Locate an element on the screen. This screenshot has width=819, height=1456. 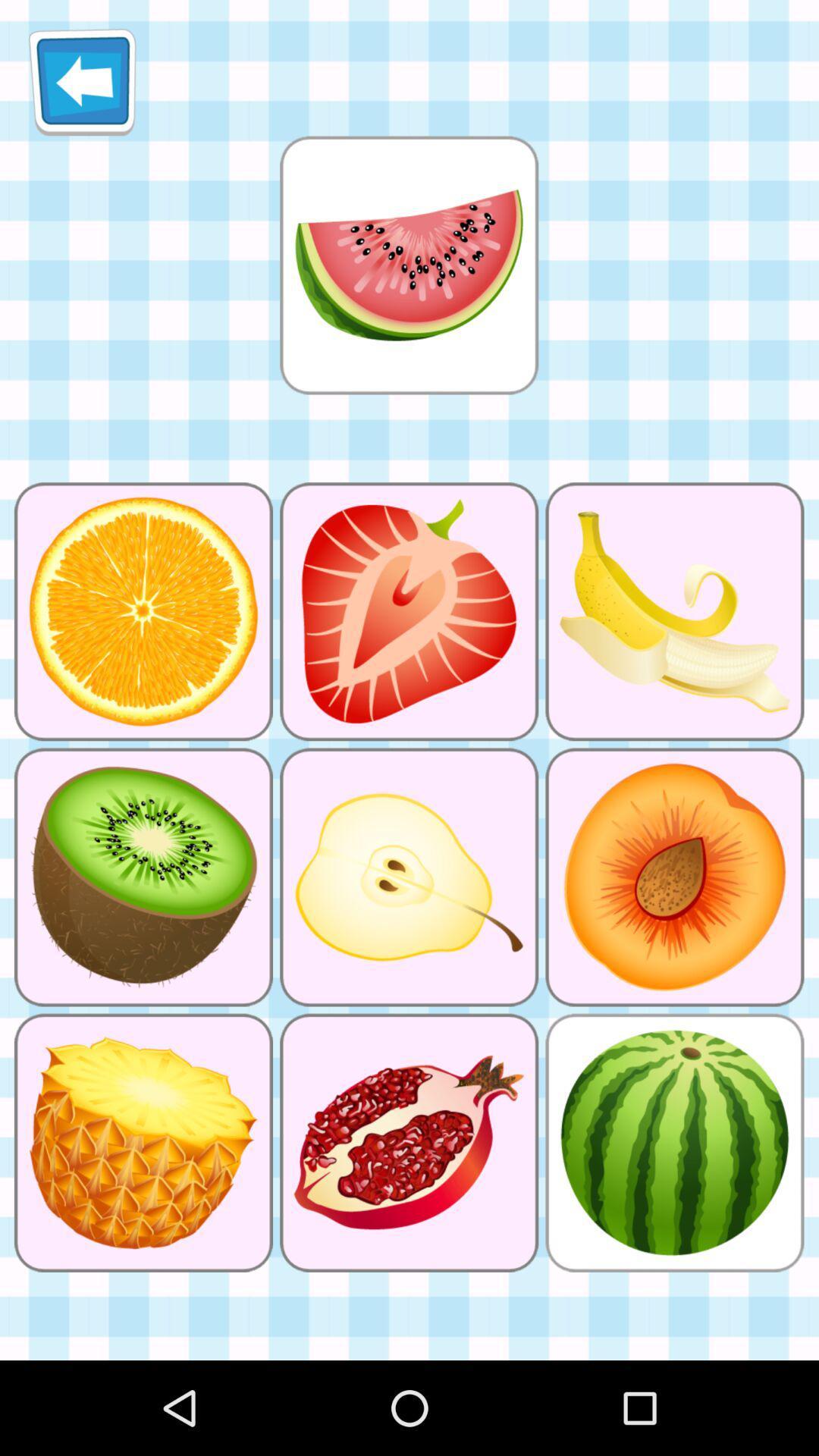
go back is located at coordinates (82, 81).